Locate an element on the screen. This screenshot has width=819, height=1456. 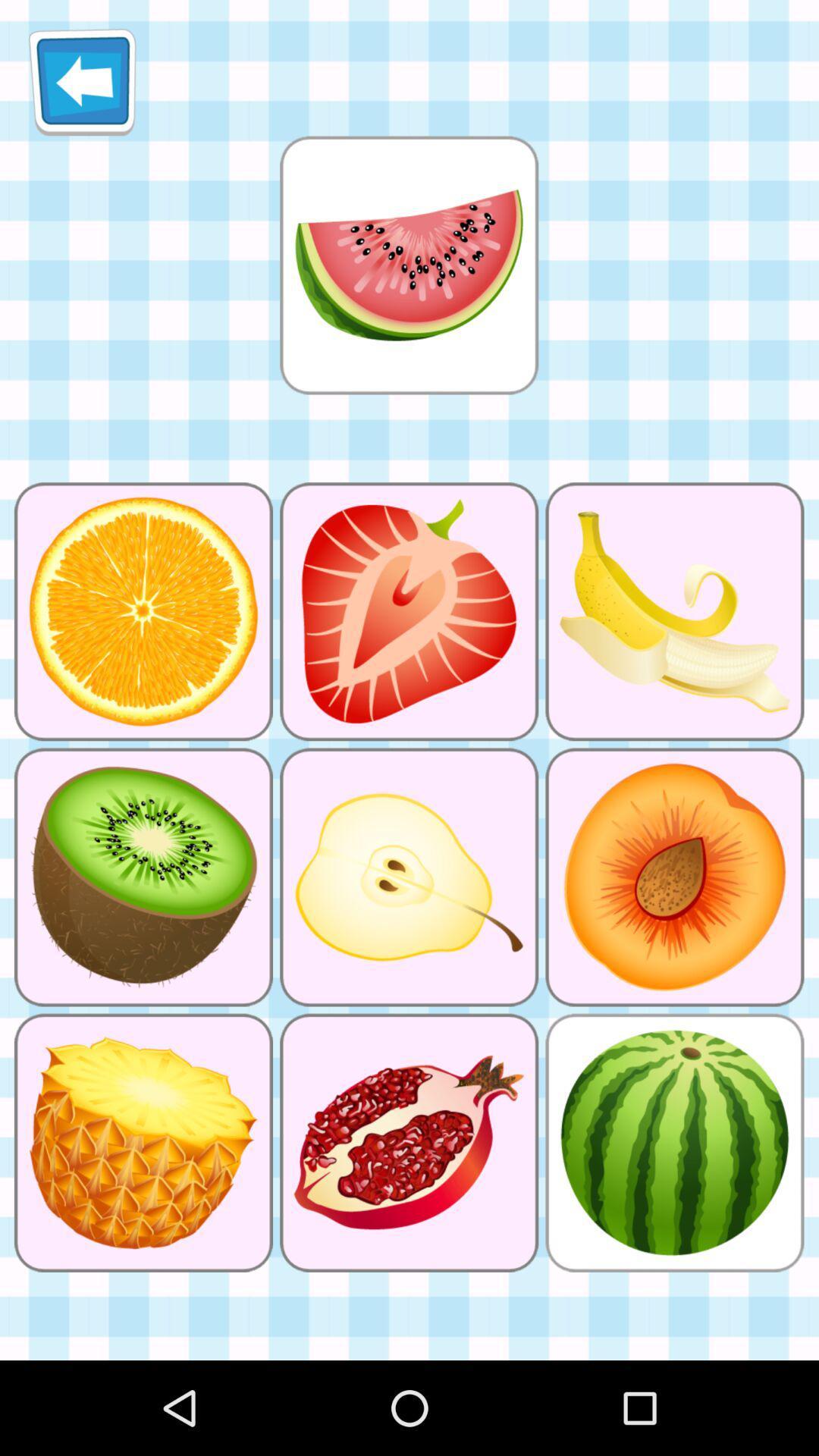
go back is located at coordinates (82, 81).